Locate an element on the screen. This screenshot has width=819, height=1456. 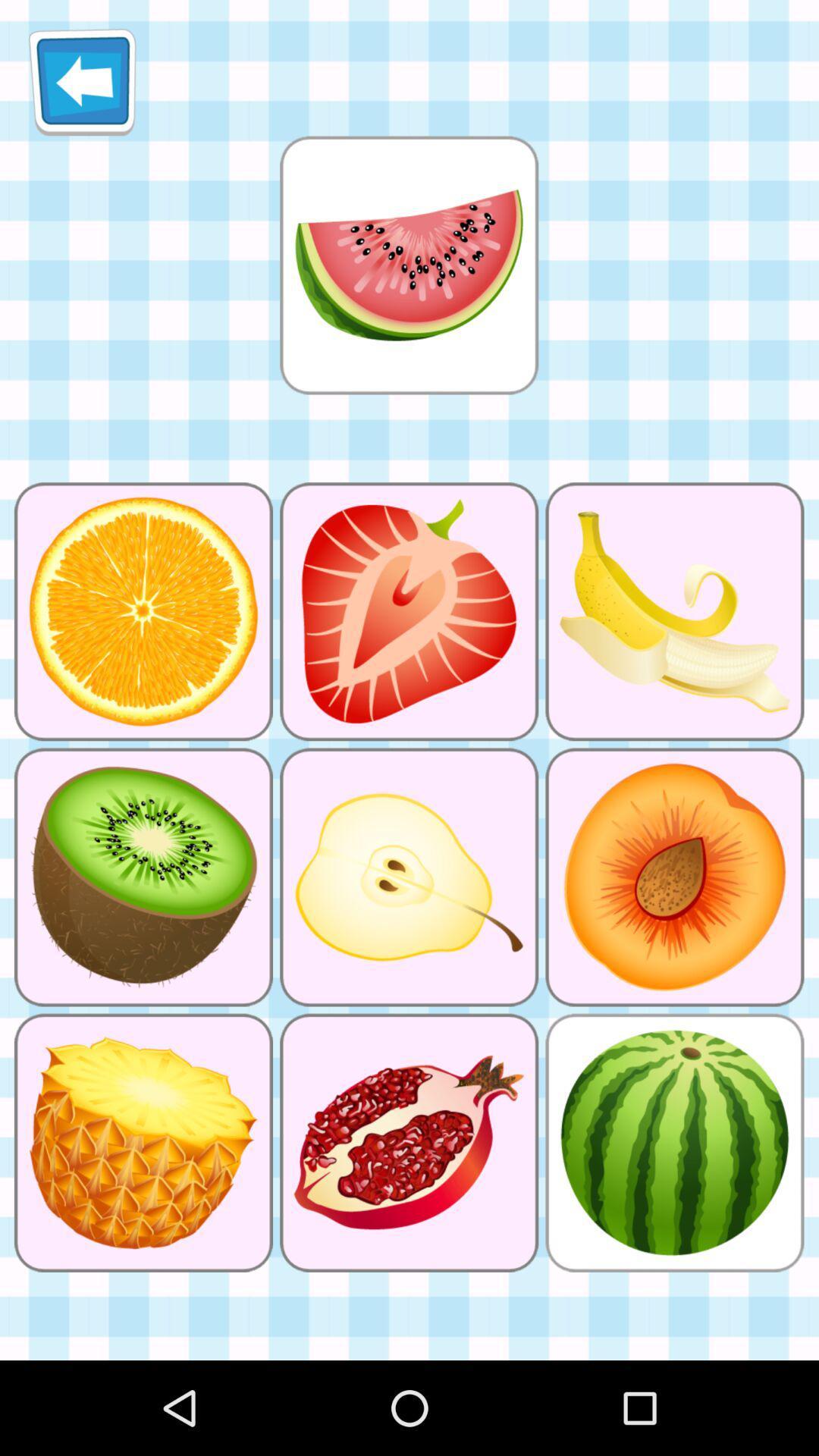
go back is located at coordinates (82, 81).